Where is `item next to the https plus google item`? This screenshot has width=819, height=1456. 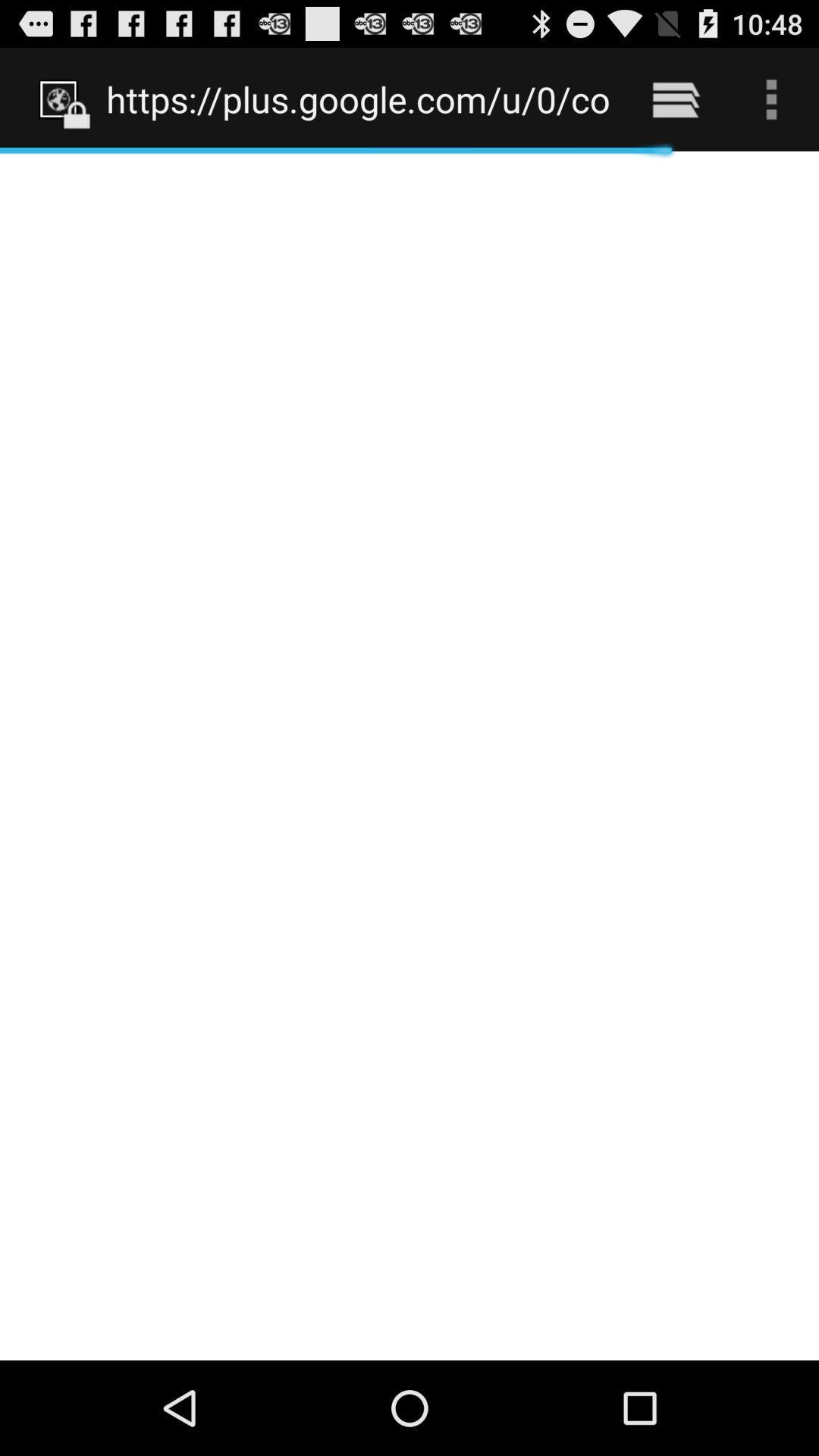
item next to the https plus google item is located at coordinates (675, 99).